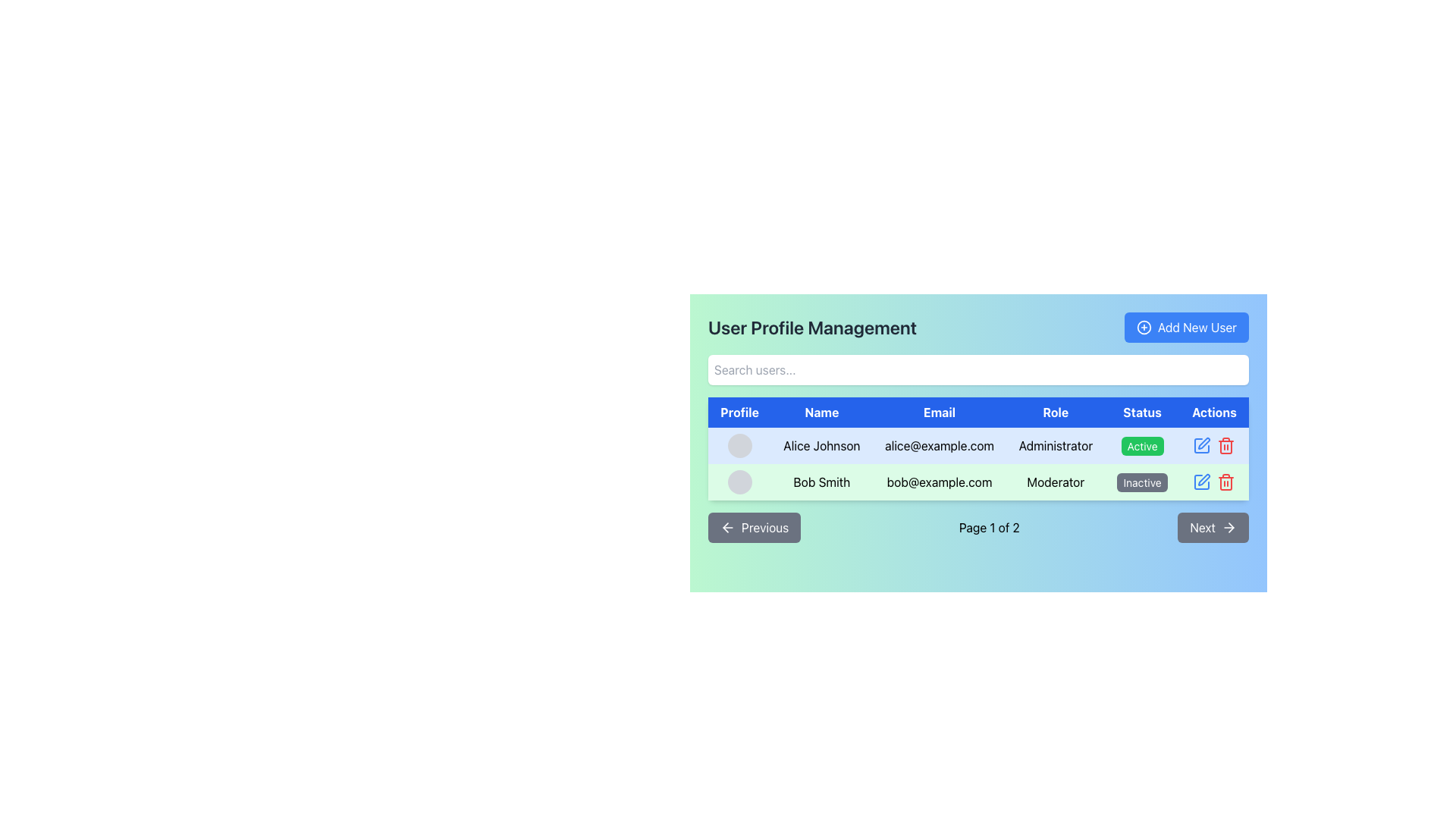 The height and width of the screenshot is (819, 1456). What do you see at coordinates (739, 444) in the screenshot?
I see `the circular profile placeholder with a gray background in the 'Profile' column of the user management table for user 'Alice Johnson'` at bounding box center [739, 444].